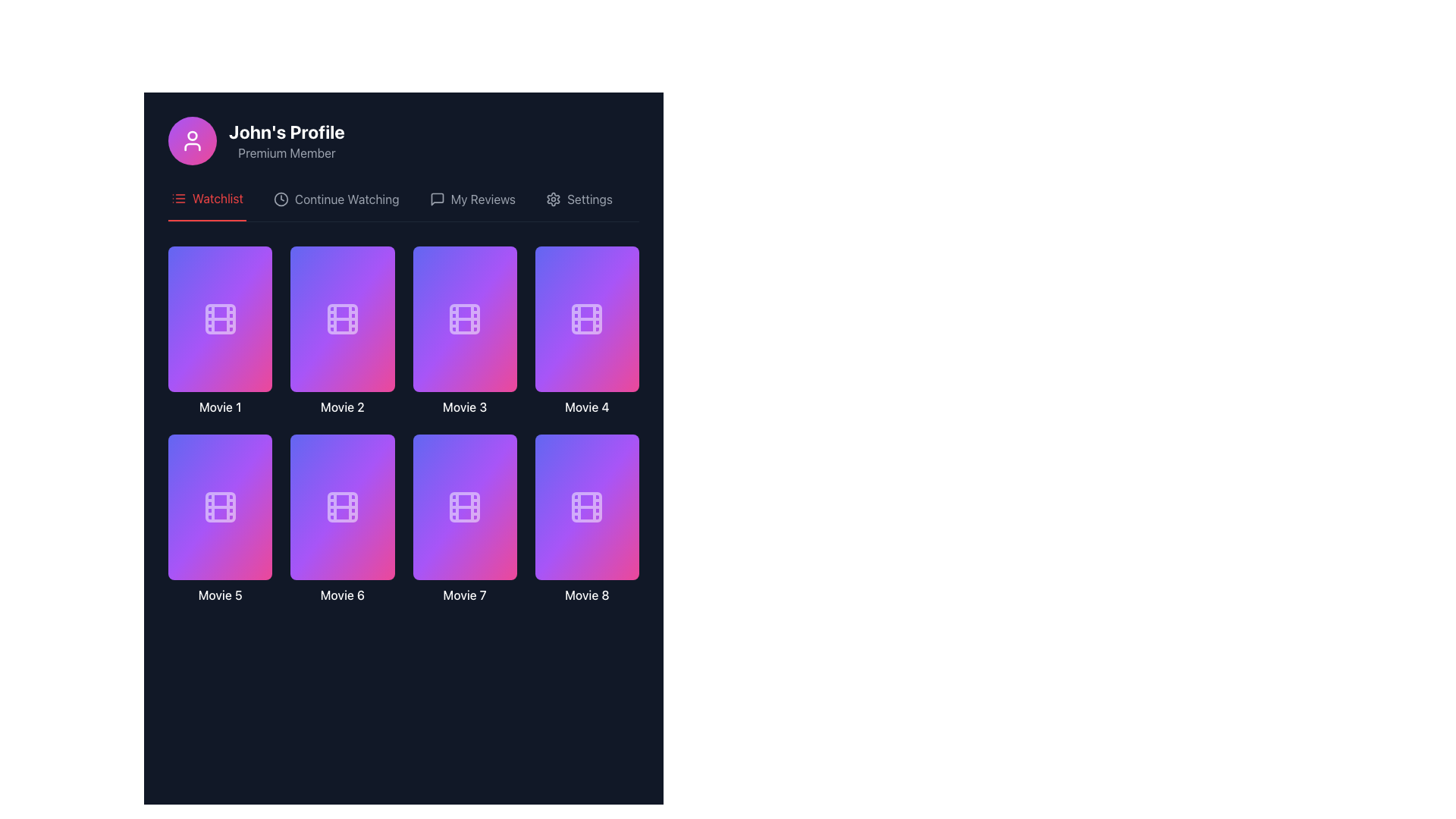 The height and width of the screenshot is (819, 1456). Describe the element at coordinates (464, 595) in the screenshot. I see `the text label displaying 'Movie 7' which is centrally located below the seventh card in the grid layout of the 'Watchlist' section` at that location.